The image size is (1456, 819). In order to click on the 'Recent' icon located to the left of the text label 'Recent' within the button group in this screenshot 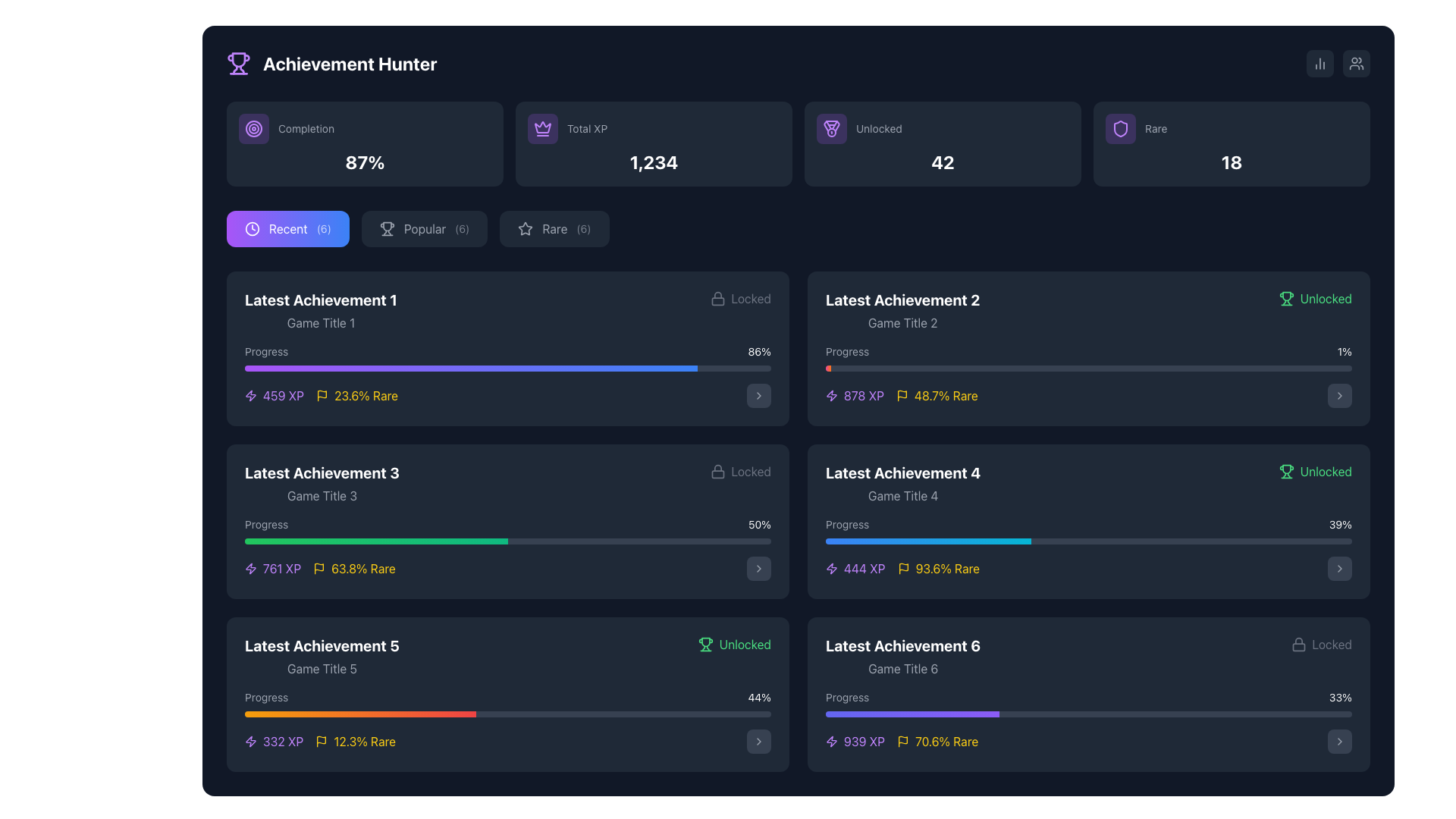, I will do `click(252, 228)`.